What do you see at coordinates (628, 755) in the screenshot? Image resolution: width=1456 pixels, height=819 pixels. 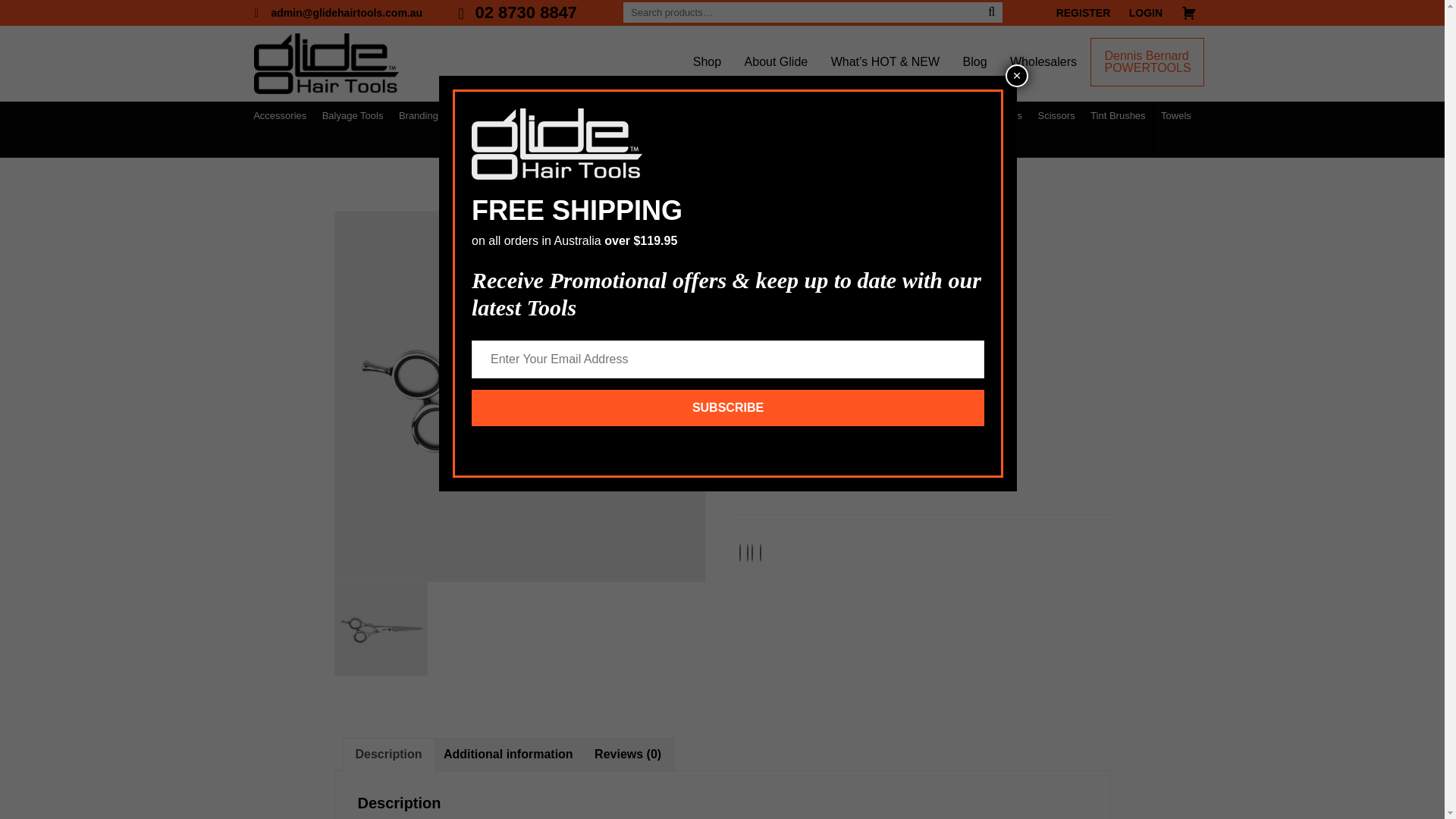 I see `'Reviews (0)'` at bounding box center [628, 755].